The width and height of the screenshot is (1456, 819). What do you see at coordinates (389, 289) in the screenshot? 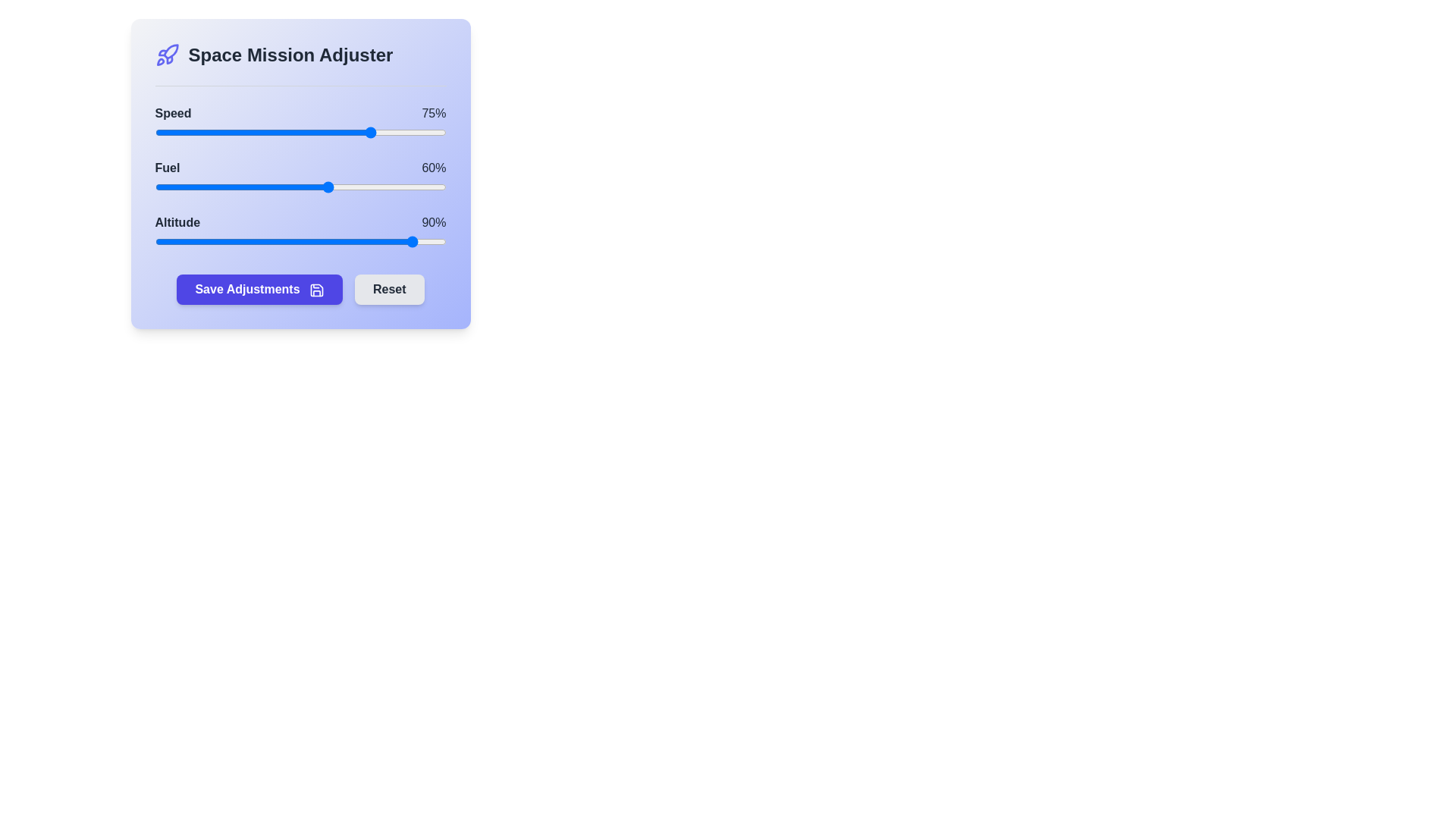
I see `'Reset' button to reset the values` at bounding box center [389, 289].